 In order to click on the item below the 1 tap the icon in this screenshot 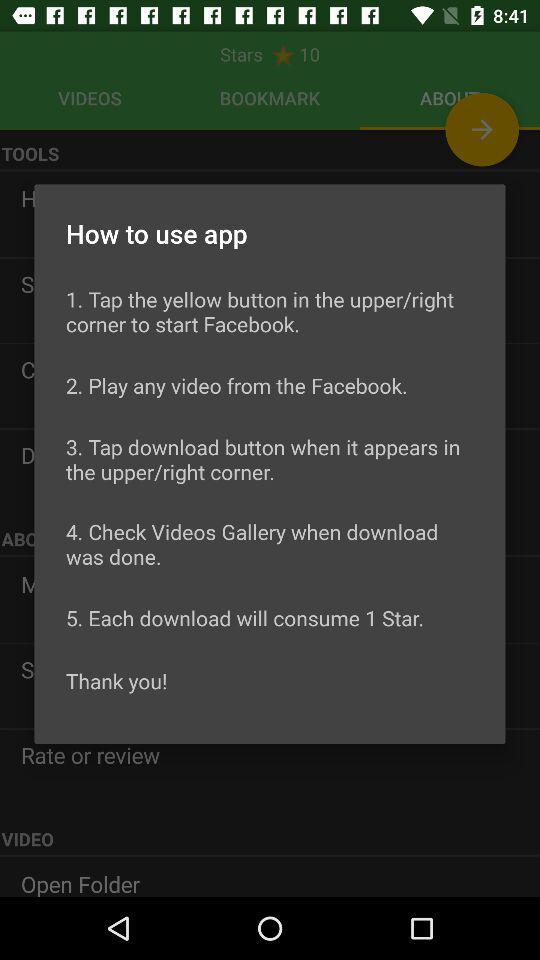, I will do `click(235, 384)`.